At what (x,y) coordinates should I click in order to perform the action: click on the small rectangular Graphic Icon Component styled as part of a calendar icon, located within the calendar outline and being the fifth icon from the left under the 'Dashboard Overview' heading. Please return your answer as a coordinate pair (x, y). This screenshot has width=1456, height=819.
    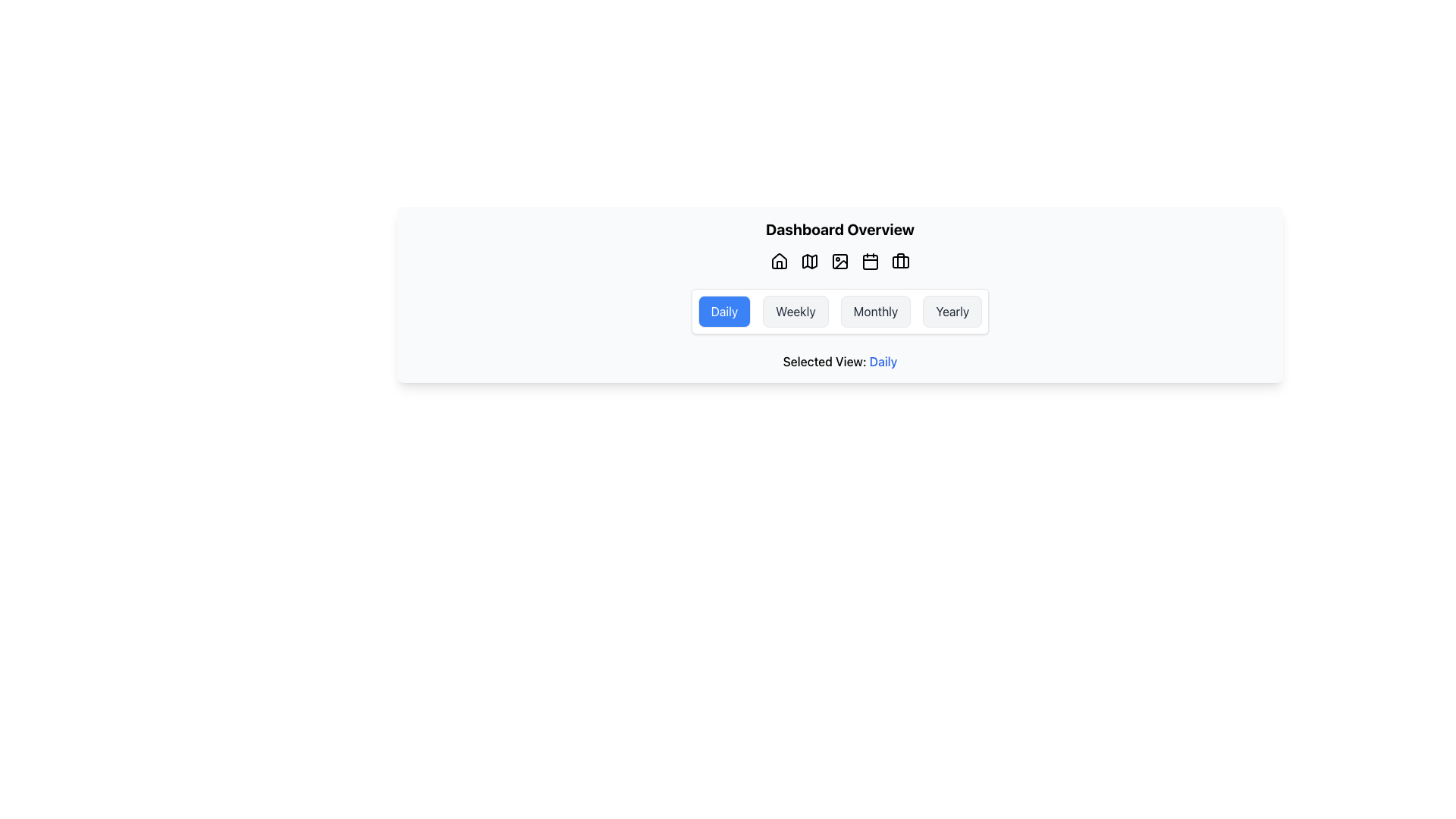
    Looking at the image, I should click on (870, 262).